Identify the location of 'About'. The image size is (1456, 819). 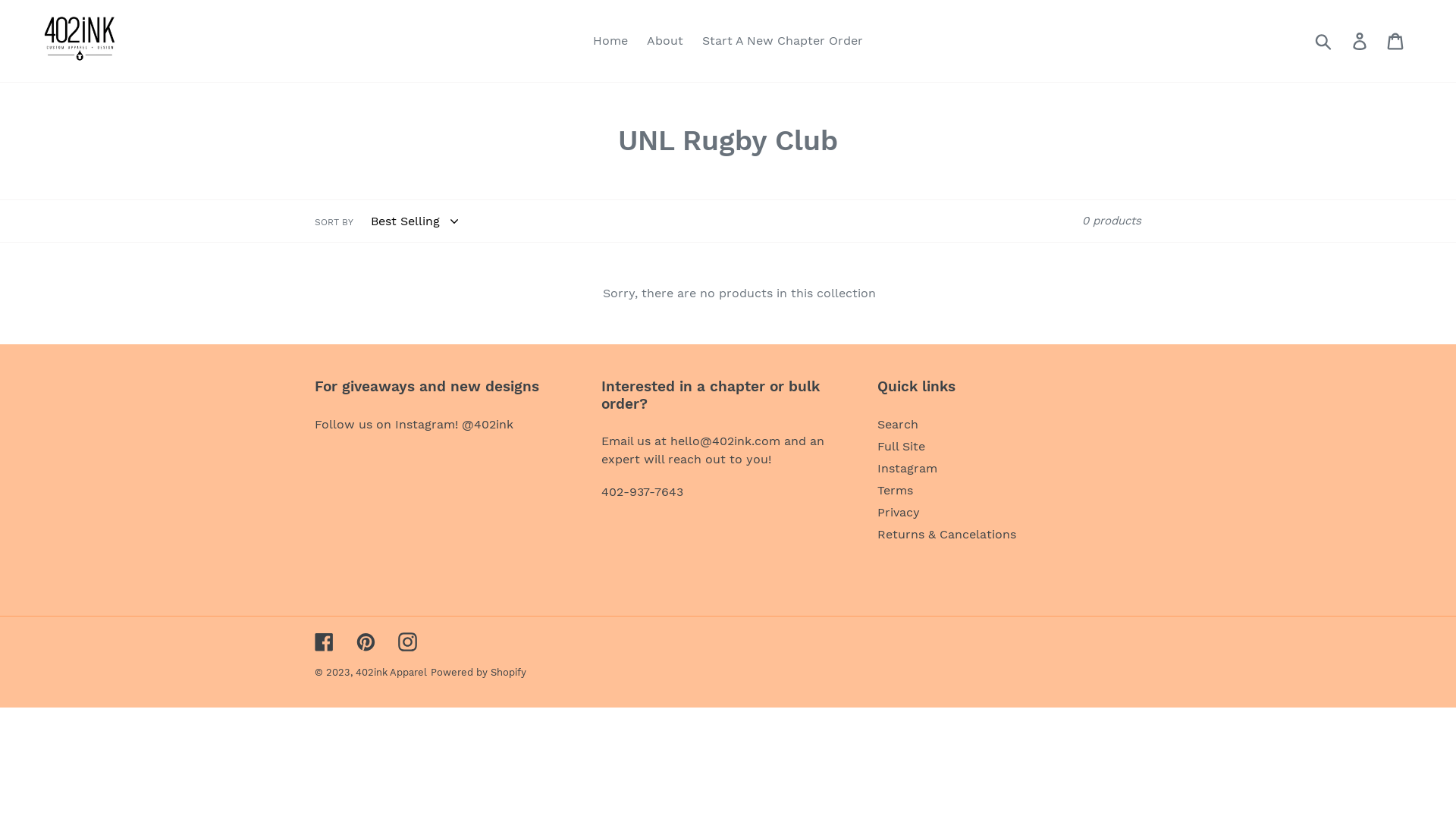
(665, 40).